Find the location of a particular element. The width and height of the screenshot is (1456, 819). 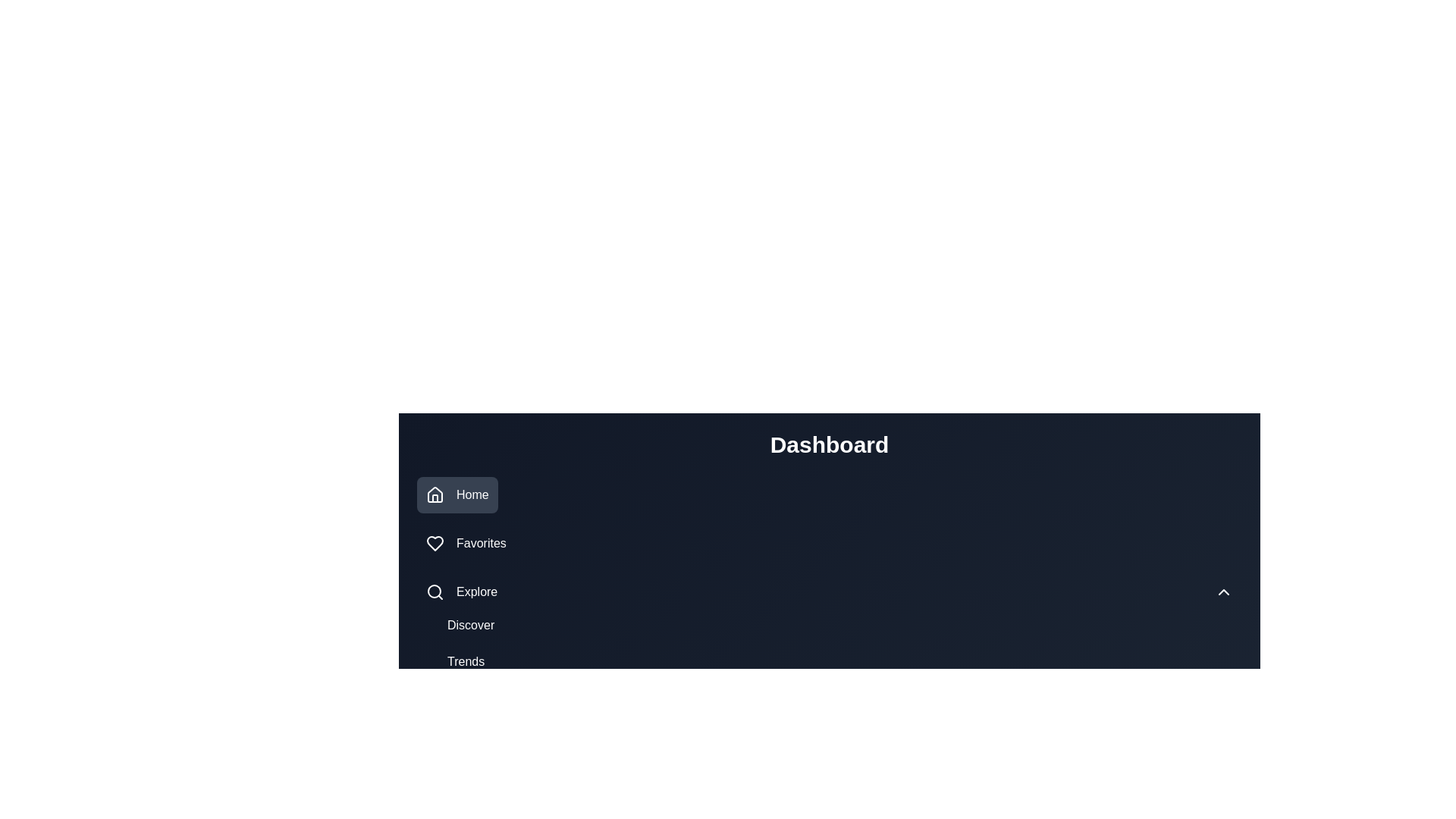

the 'Explore' button located in the vertical menu on the left-hand side, positioned below 'Favorites' and above 'Discover' is located at coordinates (461, 591).